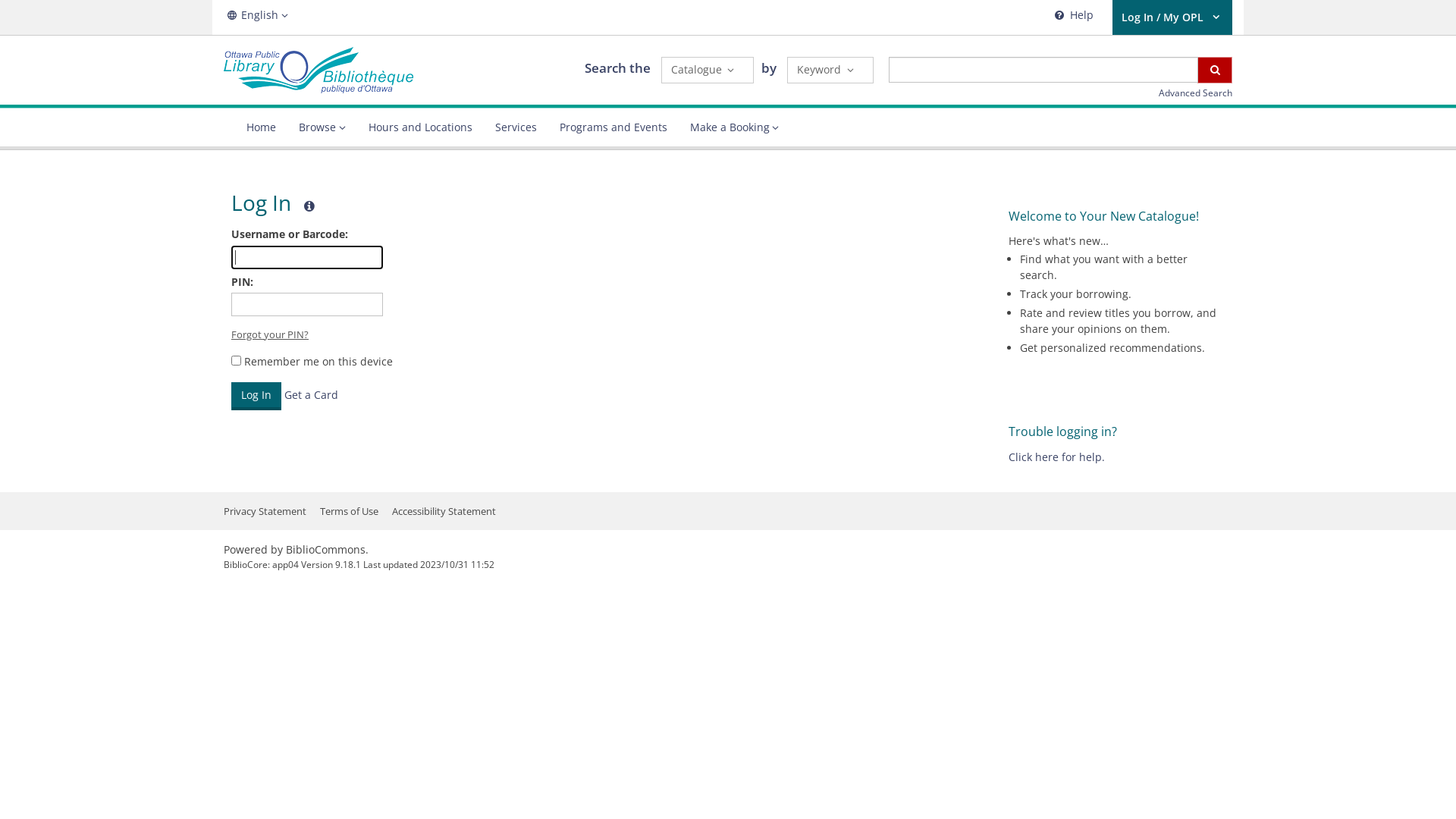  Describe the element at coordinates (1072, 17) in the screenshot. I see `'Help` at that location.